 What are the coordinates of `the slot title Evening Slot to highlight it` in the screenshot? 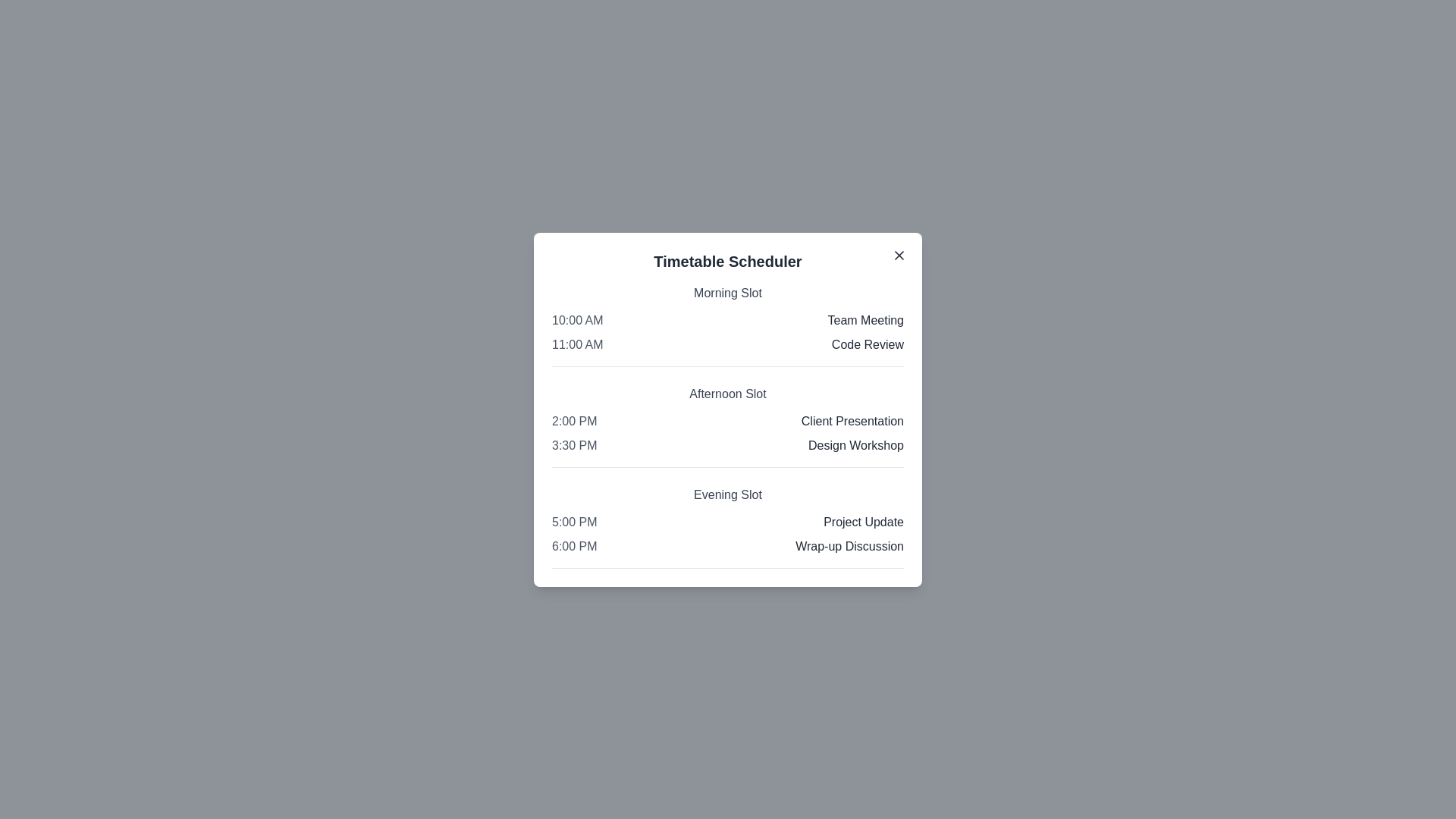 It's located at (728, 494).